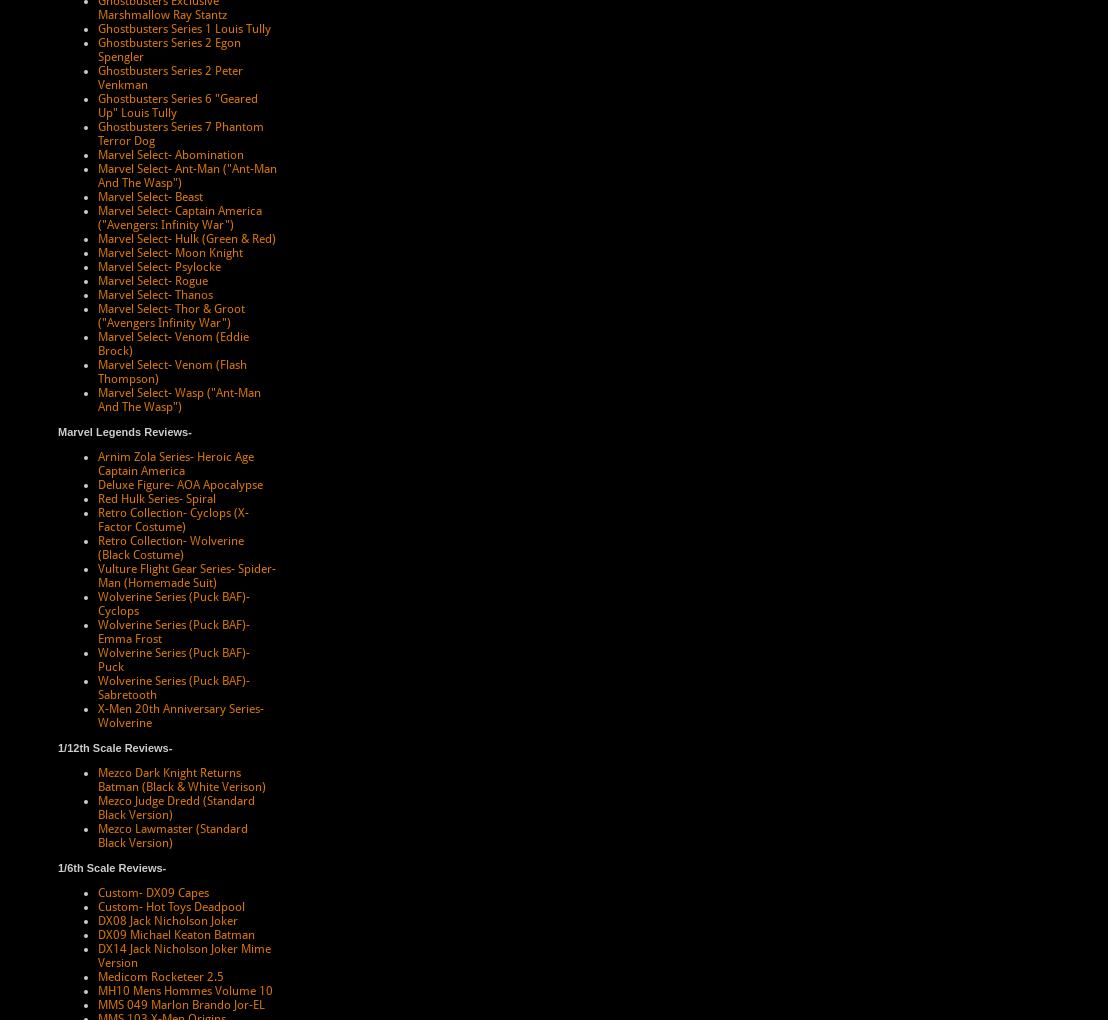 The image size is (1108, 1020). Describe the element at coordinates (97, 78) in the screenshot. I see `'Ghostbusters Series 2 Peter Venkman'` at that location.